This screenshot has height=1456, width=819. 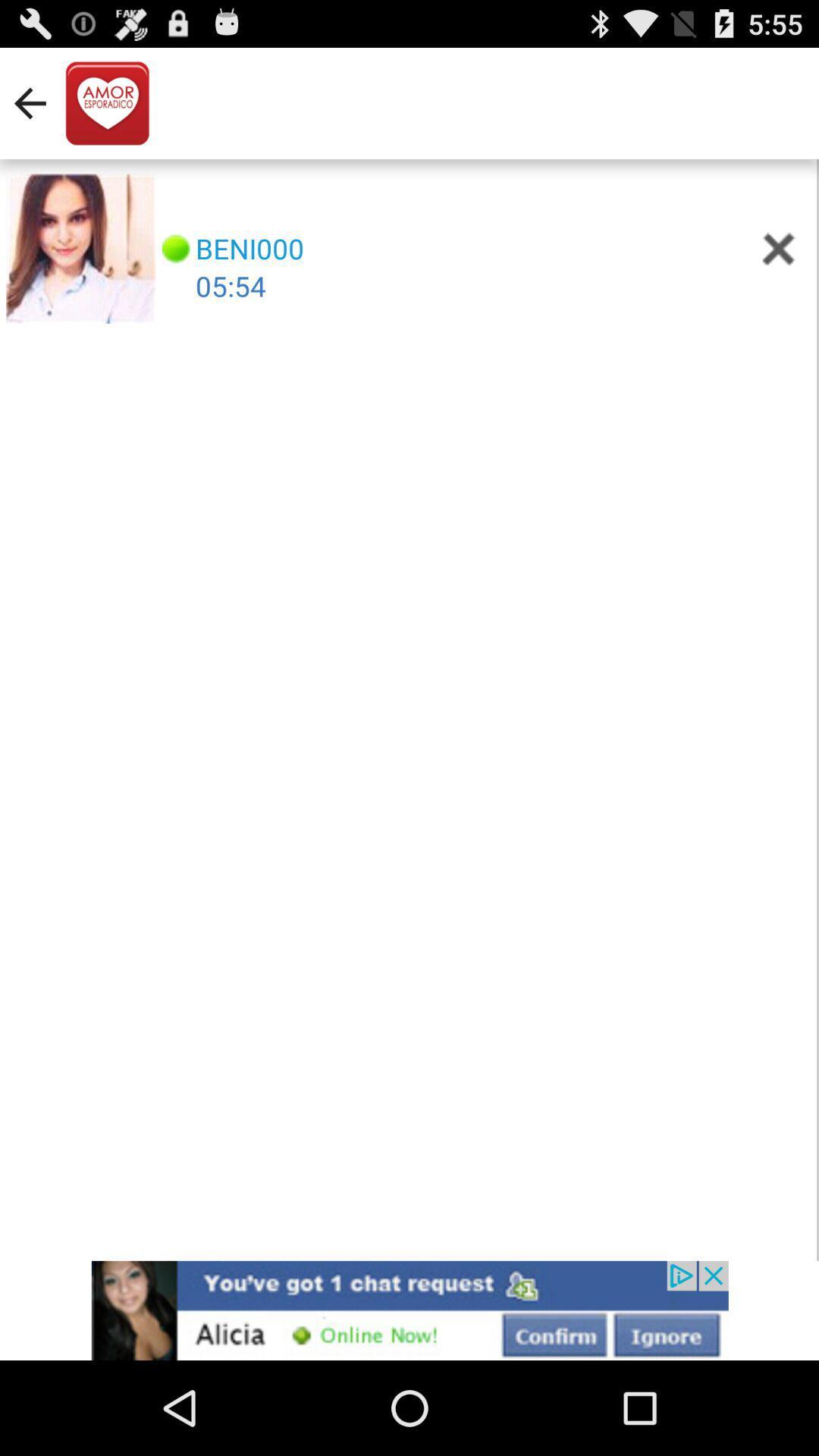 What do you see at coordinates (779, 249) in the screenshot?
I see `close` at bounding box center [779, 249].